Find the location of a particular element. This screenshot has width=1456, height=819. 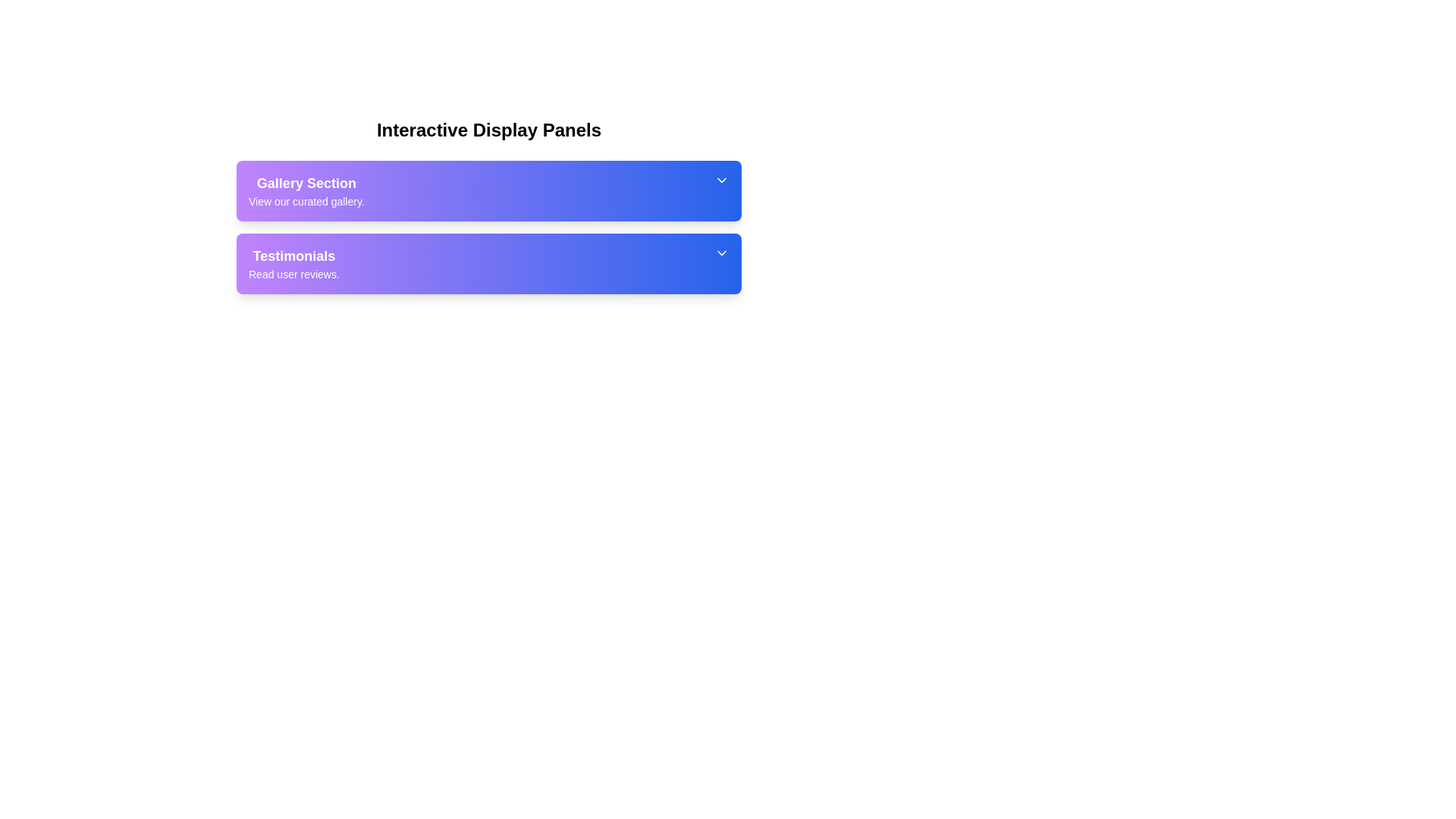

the chevron icon at the rightmost side of the 'Gallery Section' header is located at coordinates (720, 180).